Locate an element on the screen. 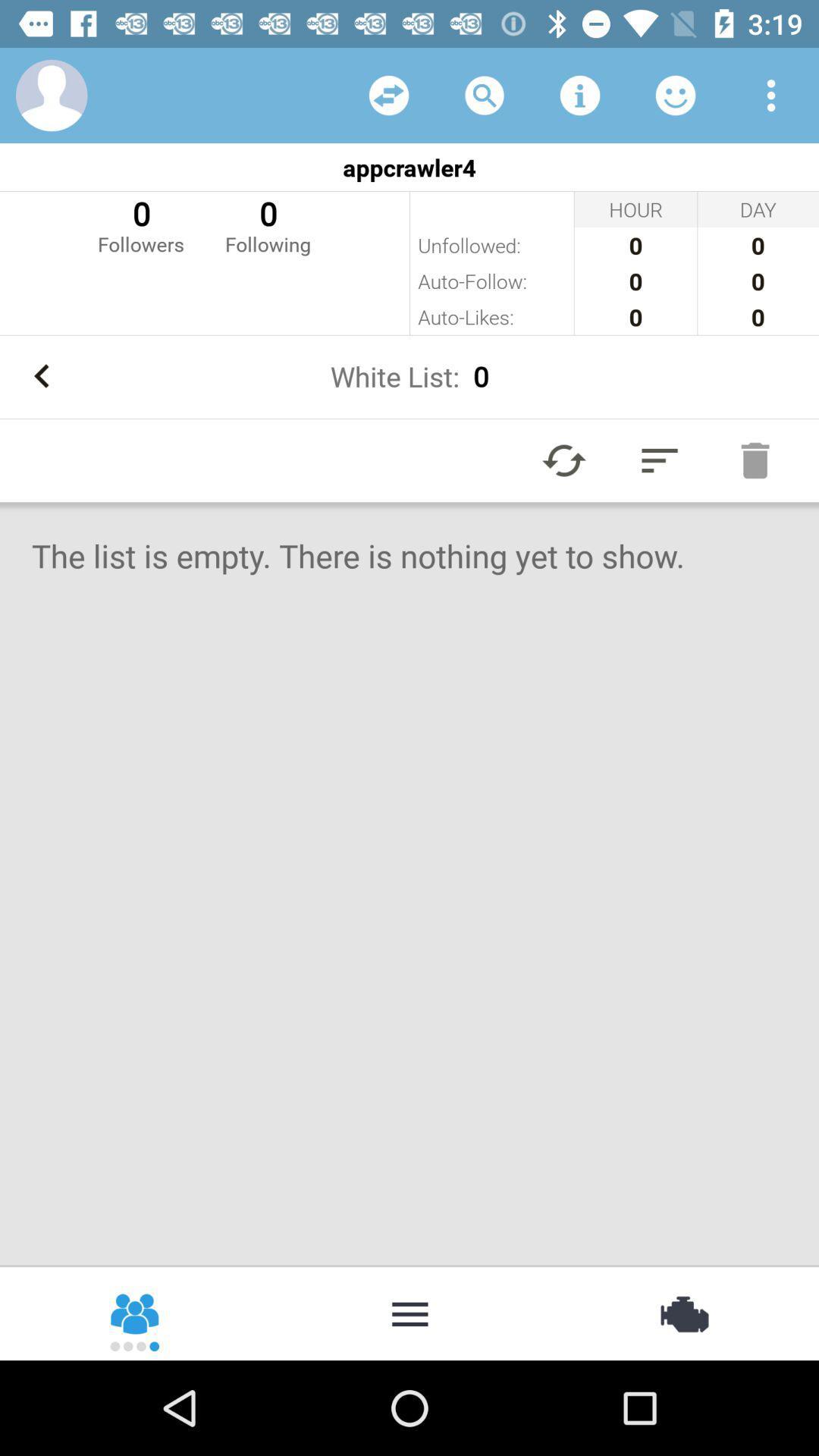 The width and height of the screenshot is (819, 1456). the filter_list icon is located at coordinates (659, 460).